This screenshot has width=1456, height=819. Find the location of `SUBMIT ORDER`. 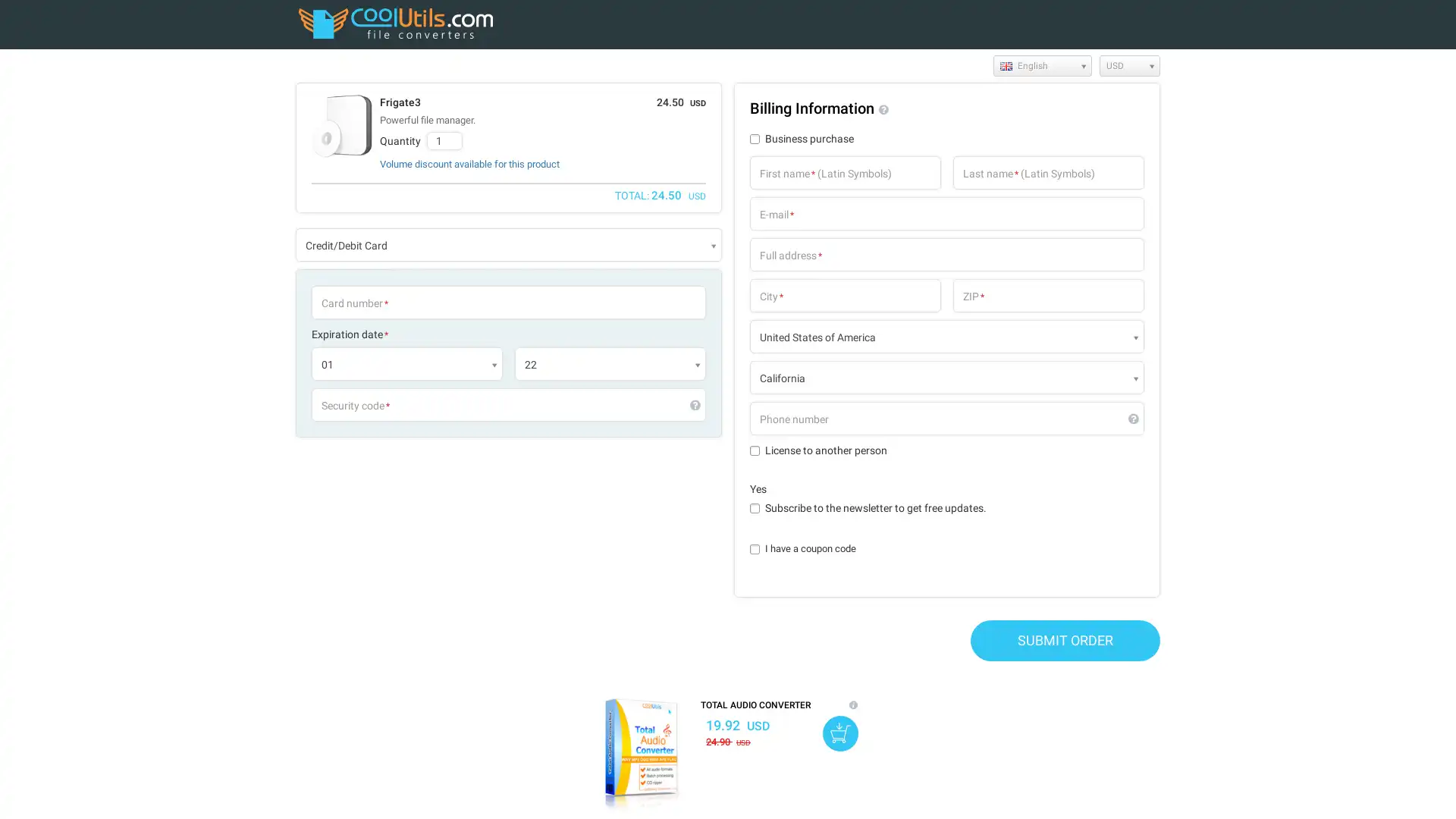

SUBMIT ORDER is located at coordinates (1065, 640).